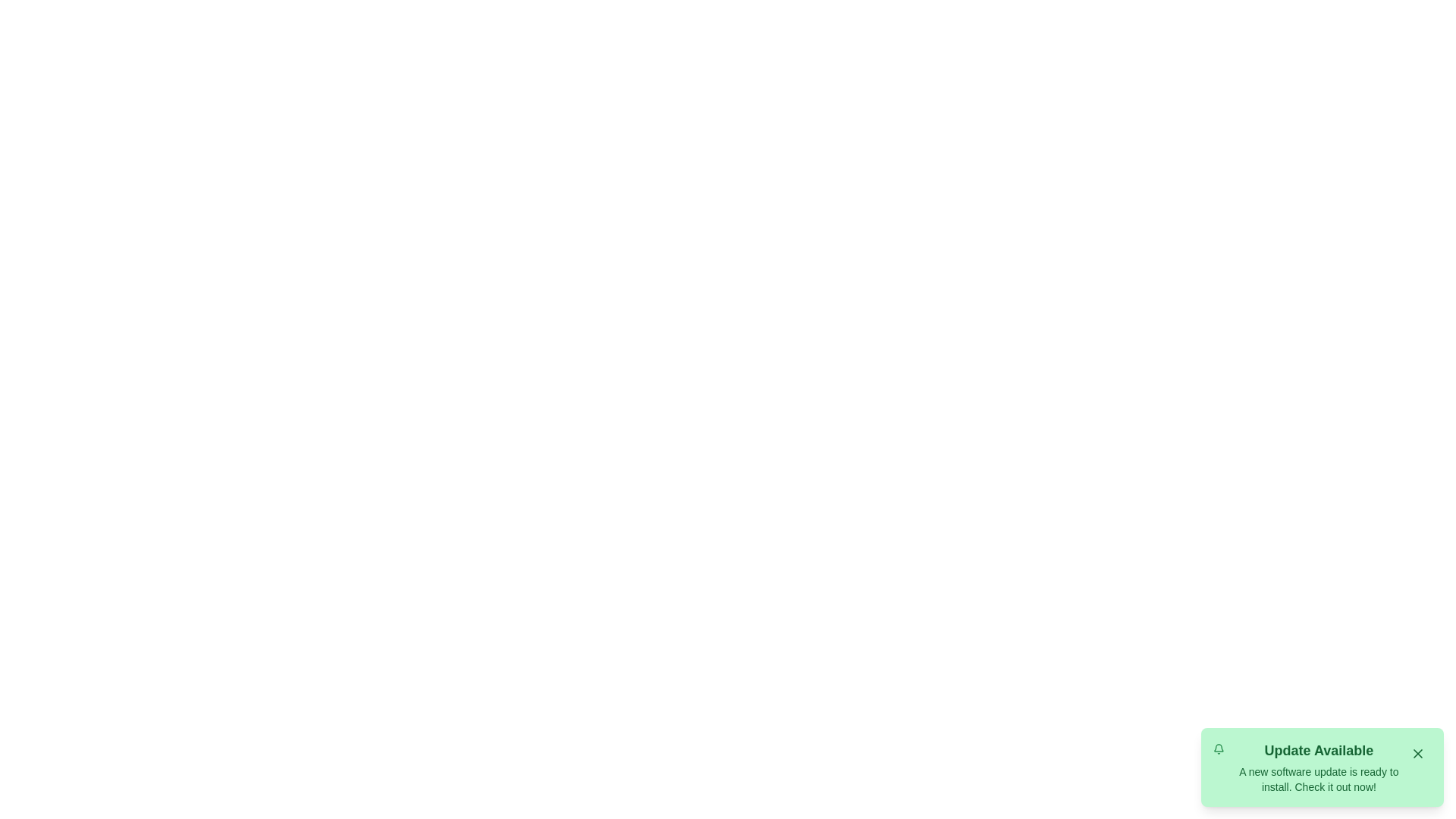 The height and width of the screenshot is (819, 1456). What do you see at coordinates (1318, 751) in the screenshot?
I see `the Text Label that serves as a heading for the notification box, indicating the availability of an update` at bounding box center [1318, 751].